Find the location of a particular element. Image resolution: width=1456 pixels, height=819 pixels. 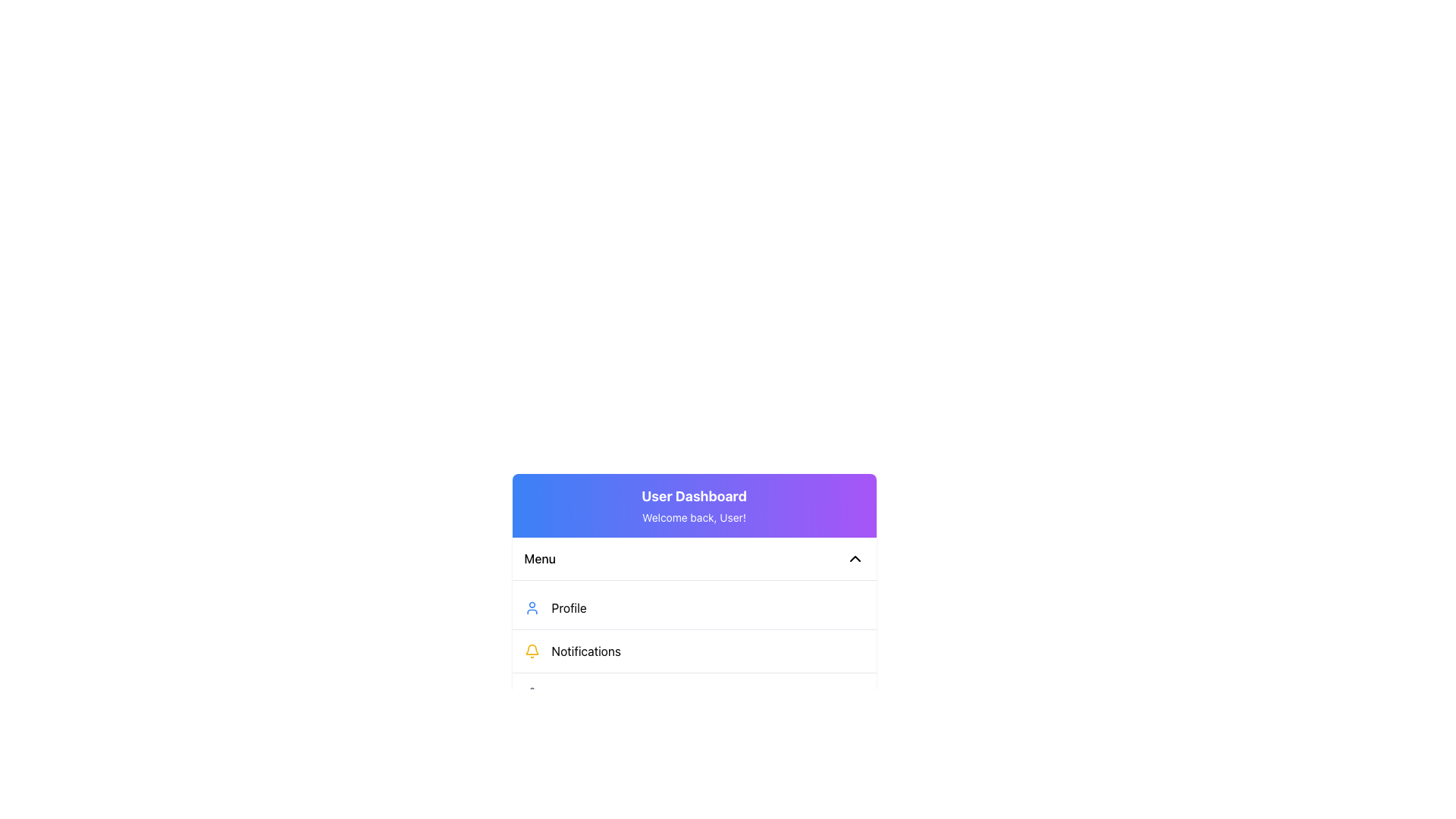

the bold, prominent text that reads 'User Dashboard' is located at coordinates (693, 497).